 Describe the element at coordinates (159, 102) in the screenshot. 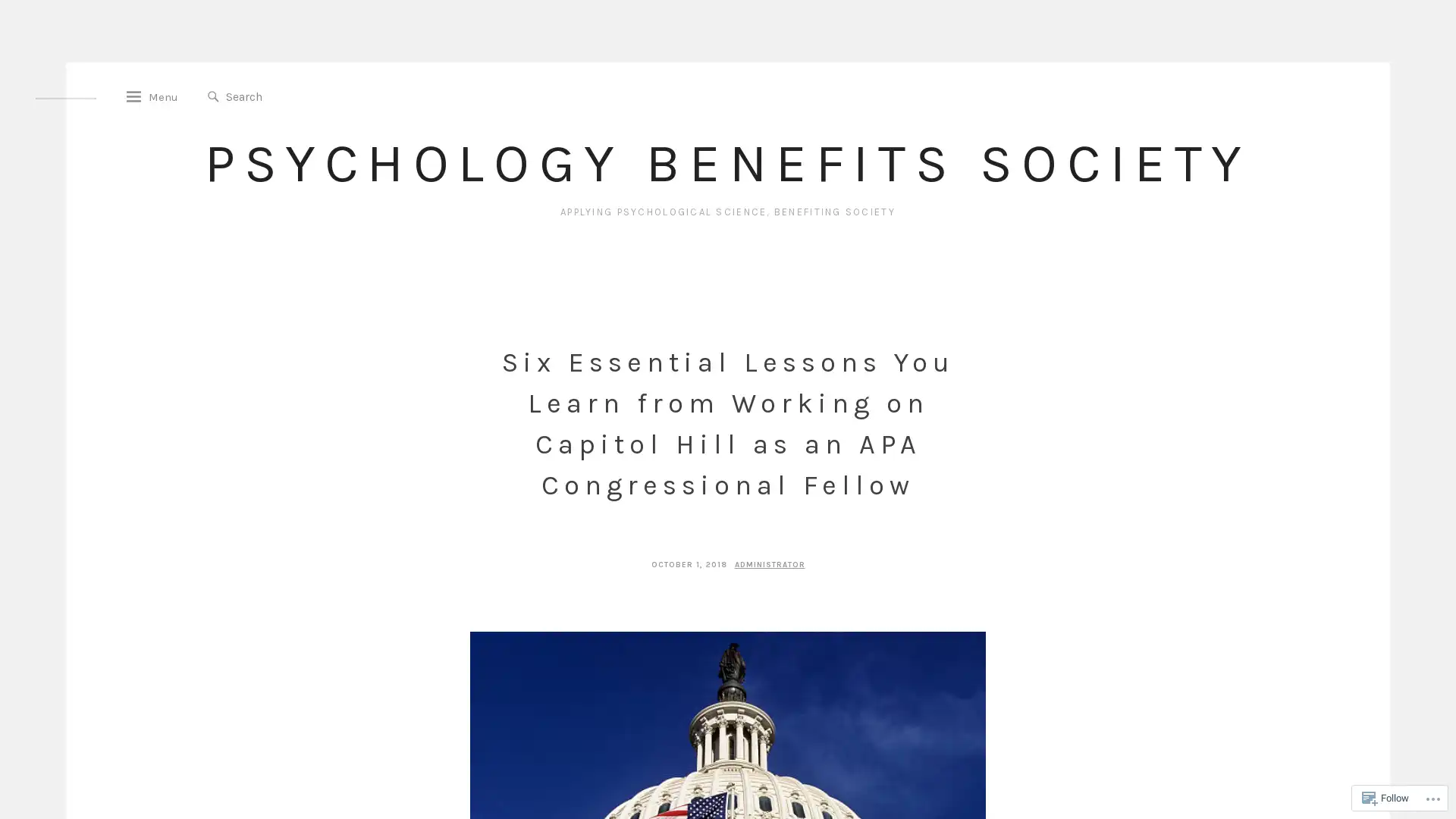

I see `Menu` at that location.